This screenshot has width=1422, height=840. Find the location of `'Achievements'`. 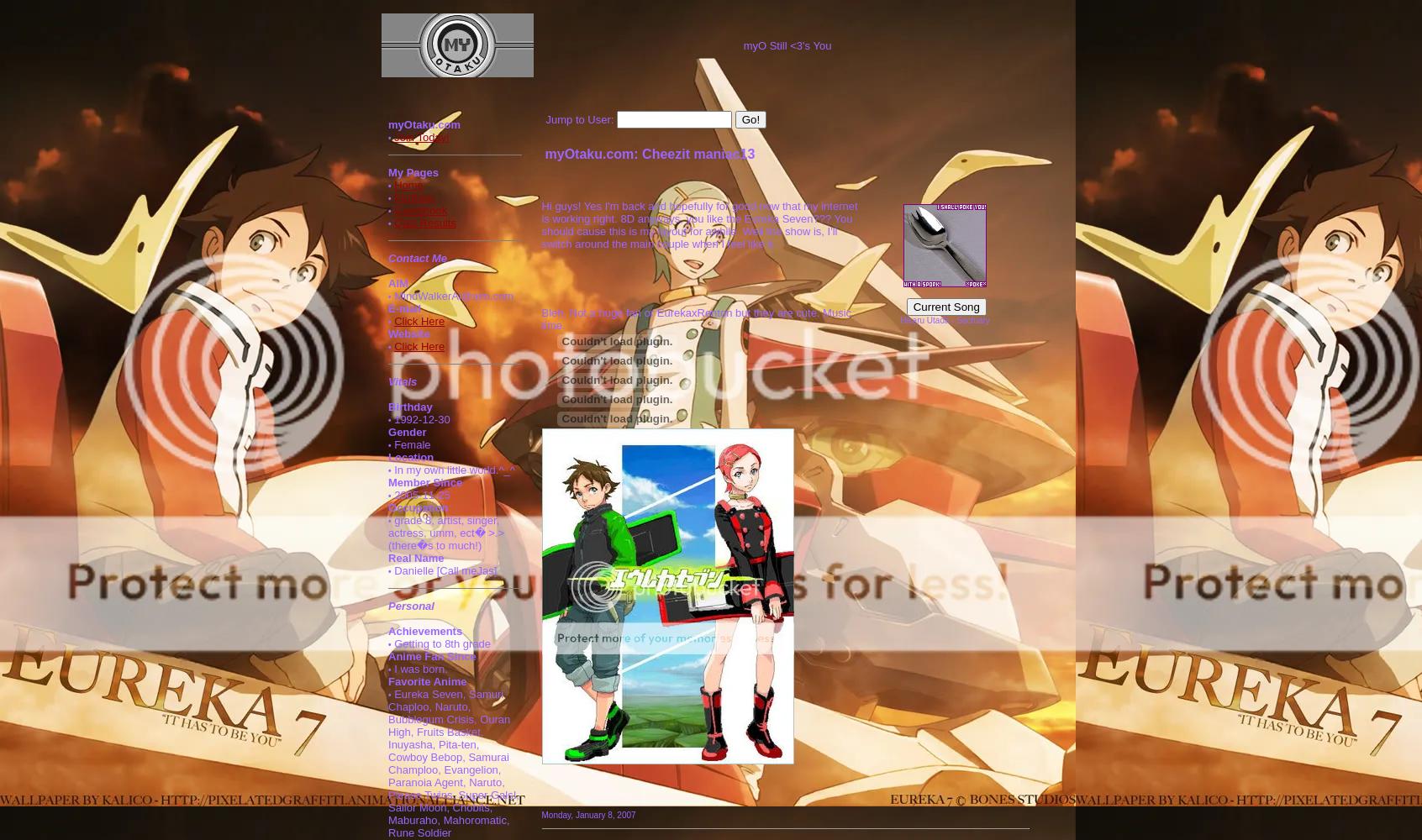

'Achievements' is located at coordinates (425, 631).